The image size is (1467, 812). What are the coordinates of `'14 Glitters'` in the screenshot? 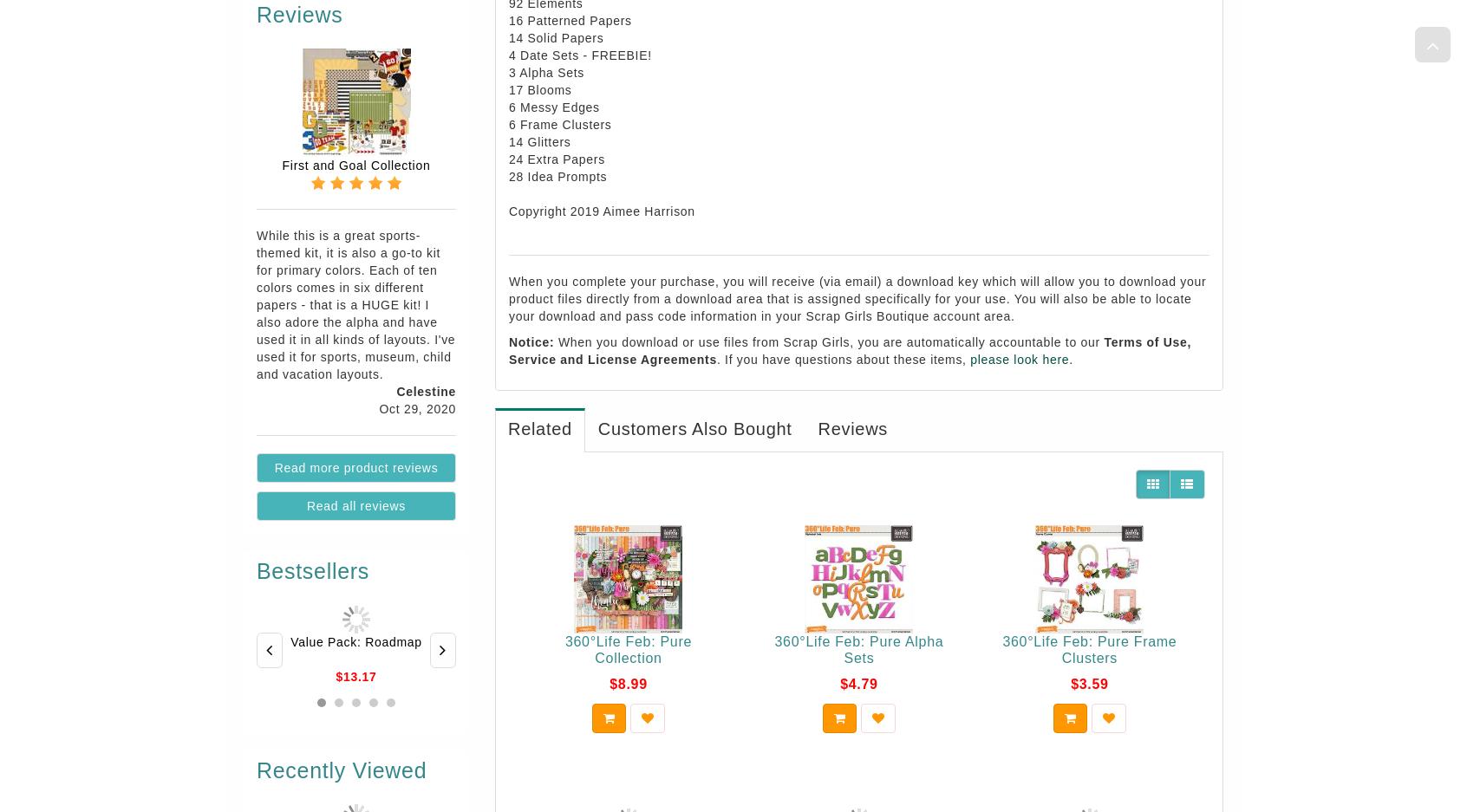 It's located at (538, 140).